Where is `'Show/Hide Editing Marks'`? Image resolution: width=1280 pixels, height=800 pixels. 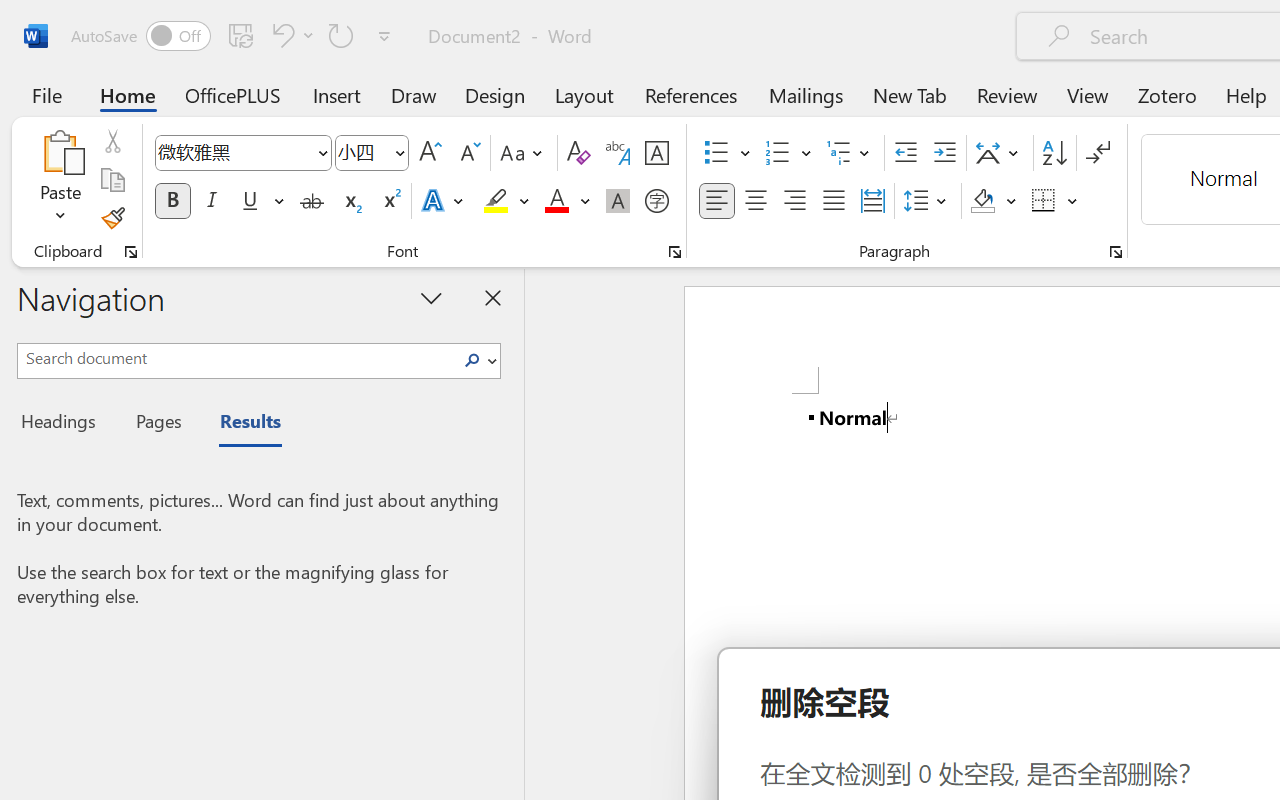
'Show/Hide Editing Marks' is located at coordinates (1097, 153).